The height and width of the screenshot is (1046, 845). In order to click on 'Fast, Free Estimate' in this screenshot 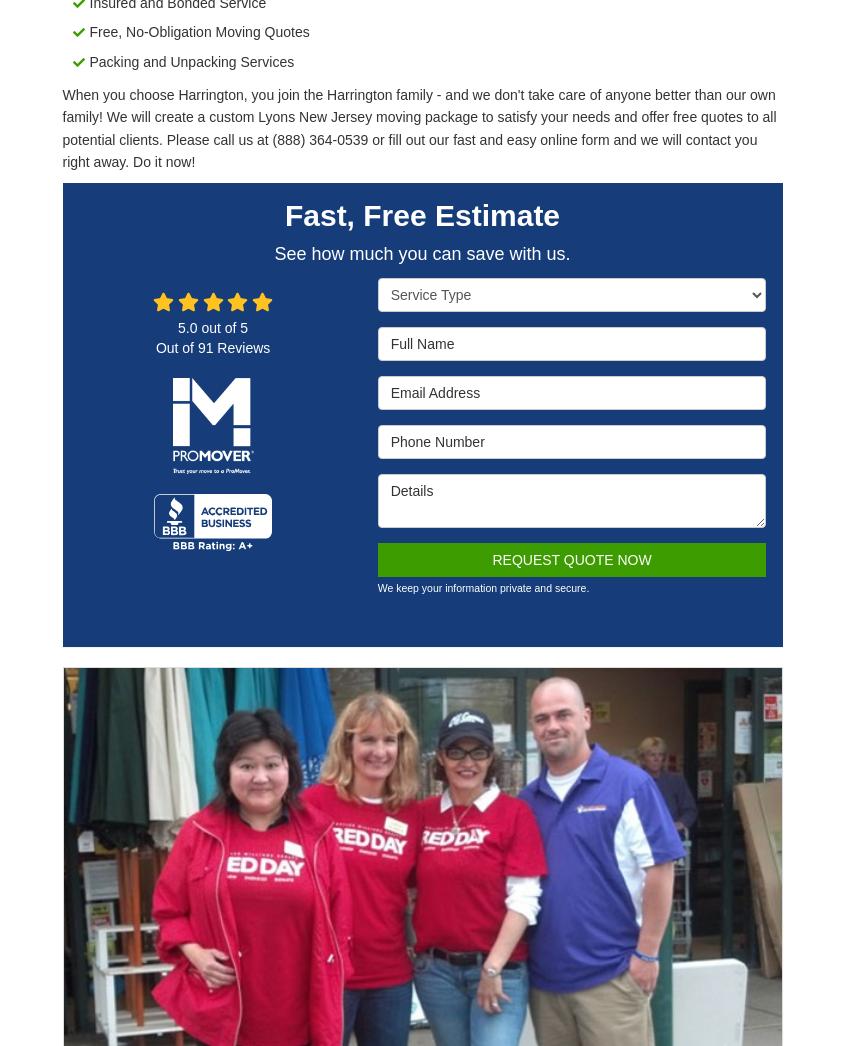, I will do `click(420, 214)`.